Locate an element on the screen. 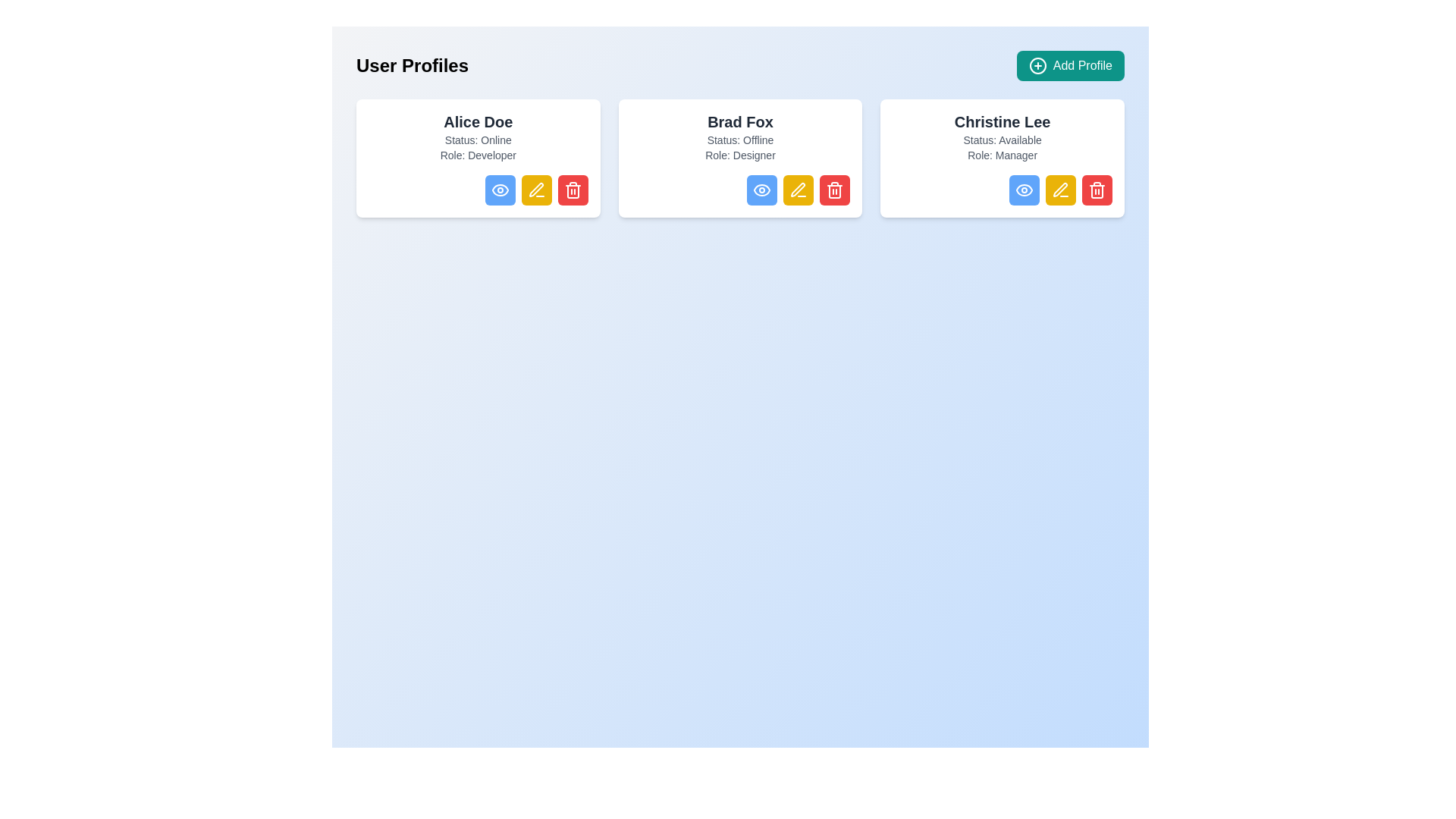  the trash can icon, which signifies a delete action, located in the horizontal row of action buttons under the 'Brad Fox' user profile card is located at coordinates (834, 191).